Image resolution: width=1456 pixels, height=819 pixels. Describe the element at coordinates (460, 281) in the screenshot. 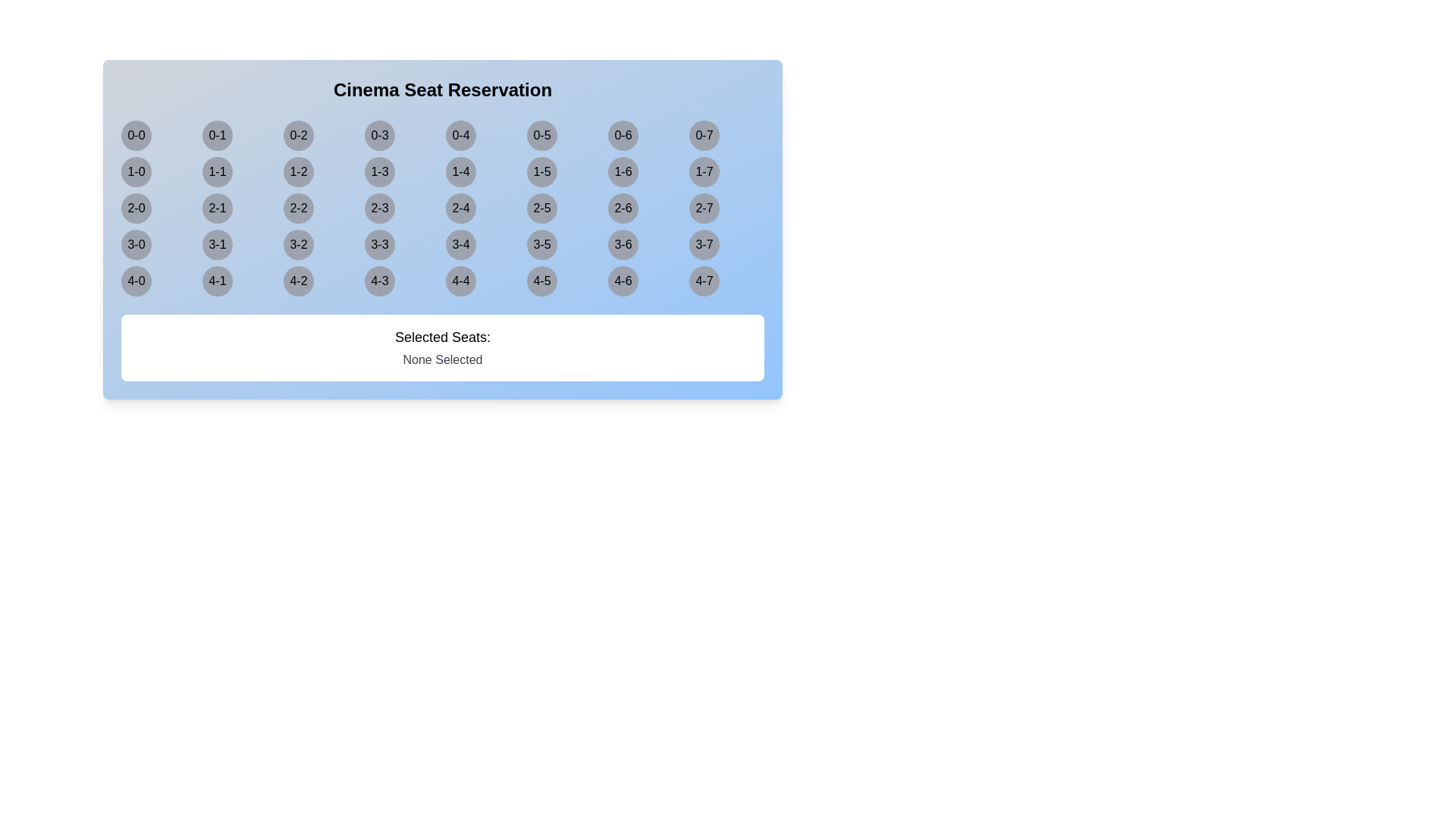

I see `the selectable button labeled '4-4' in the fifth row and fifth column of the grid` at that location.